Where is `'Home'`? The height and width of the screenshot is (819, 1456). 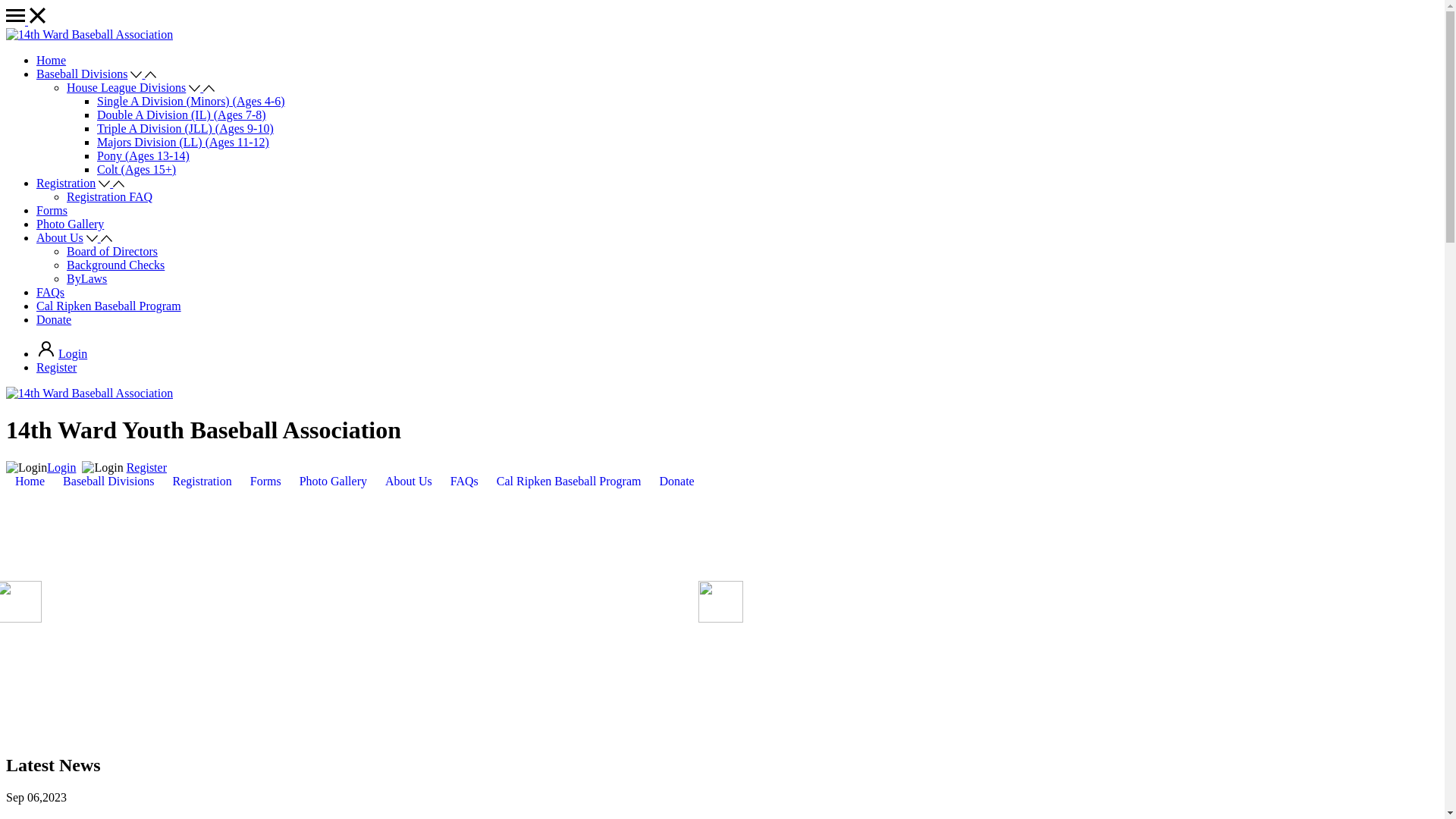
'Home' is located at coordinates (30, 482).